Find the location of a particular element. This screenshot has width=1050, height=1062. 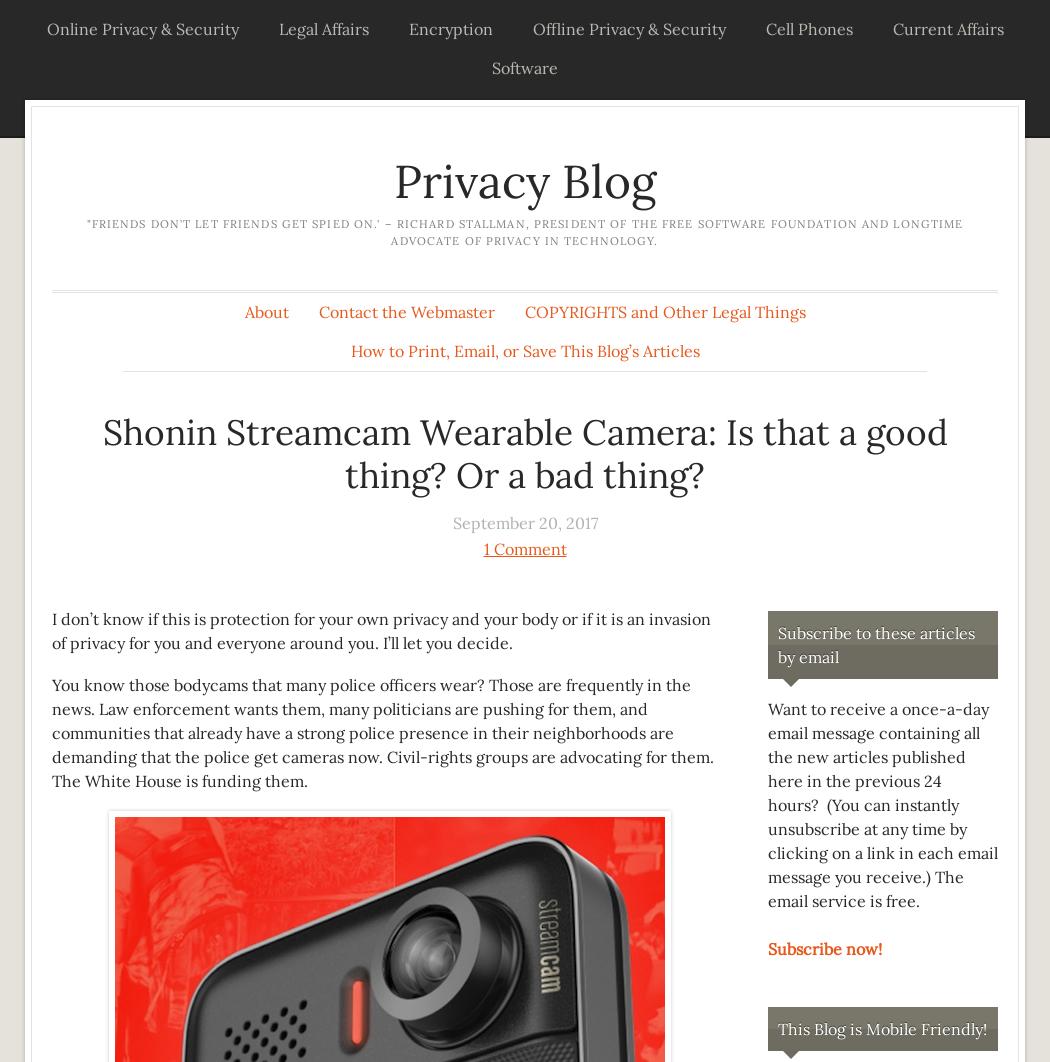

'Current Affairs' is located at coordinates (890, 28).